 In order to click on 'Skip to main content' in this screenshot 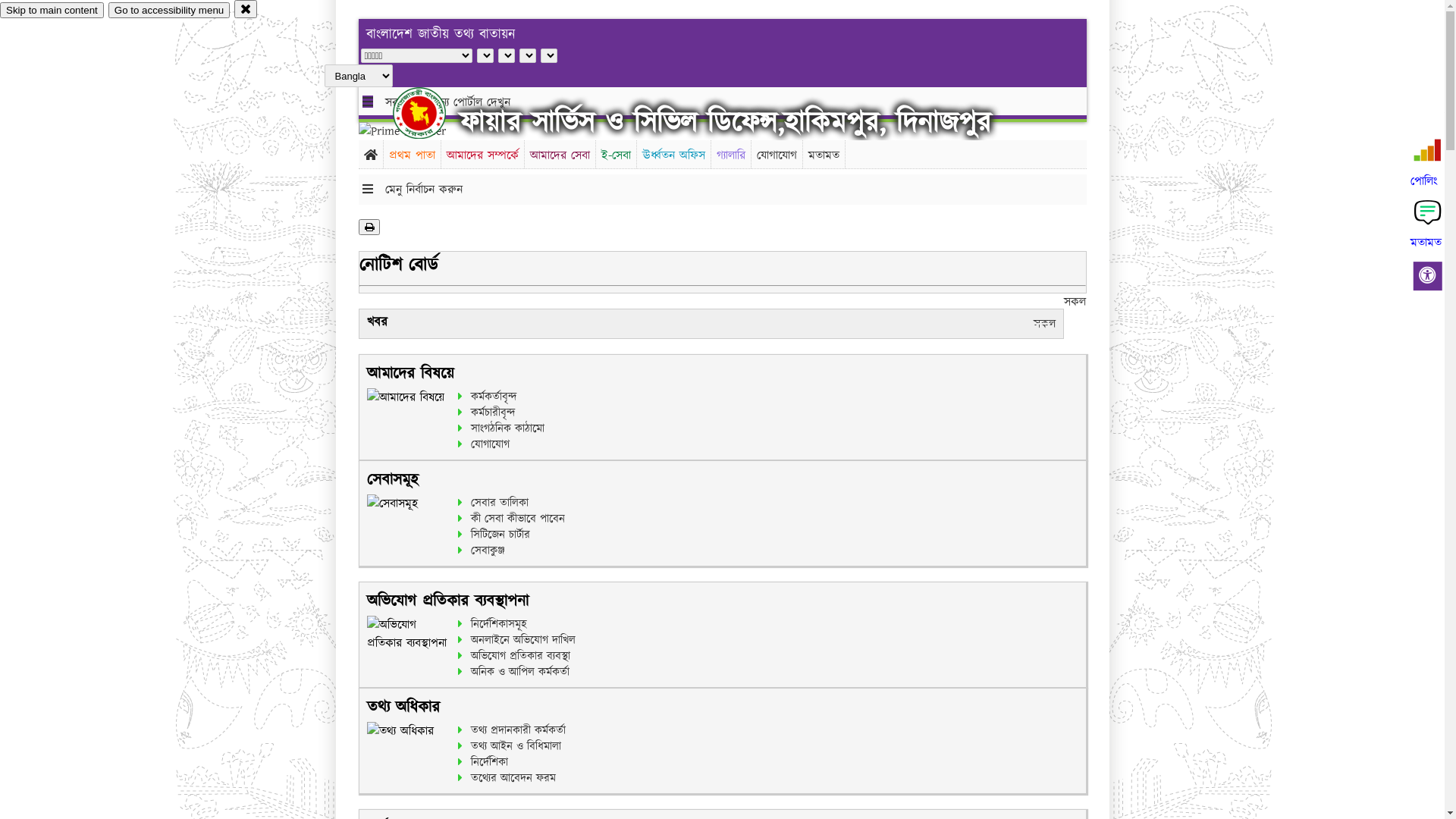, I will do `click(52, 10)`.